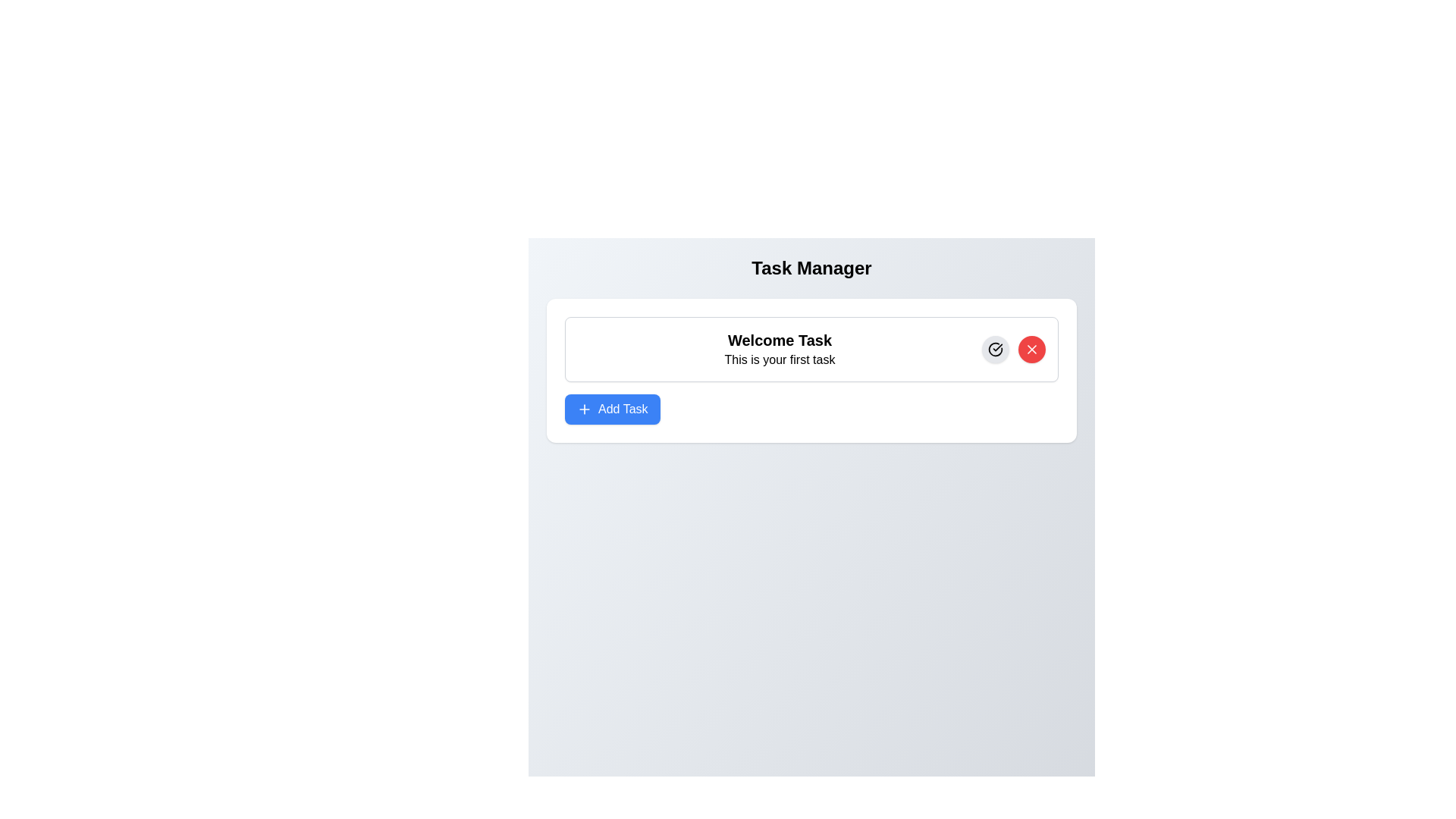  Describe the element at coordinates (1031, 350) in the screenshot. I see `the red circular button containing the 'X' icon` at that location.